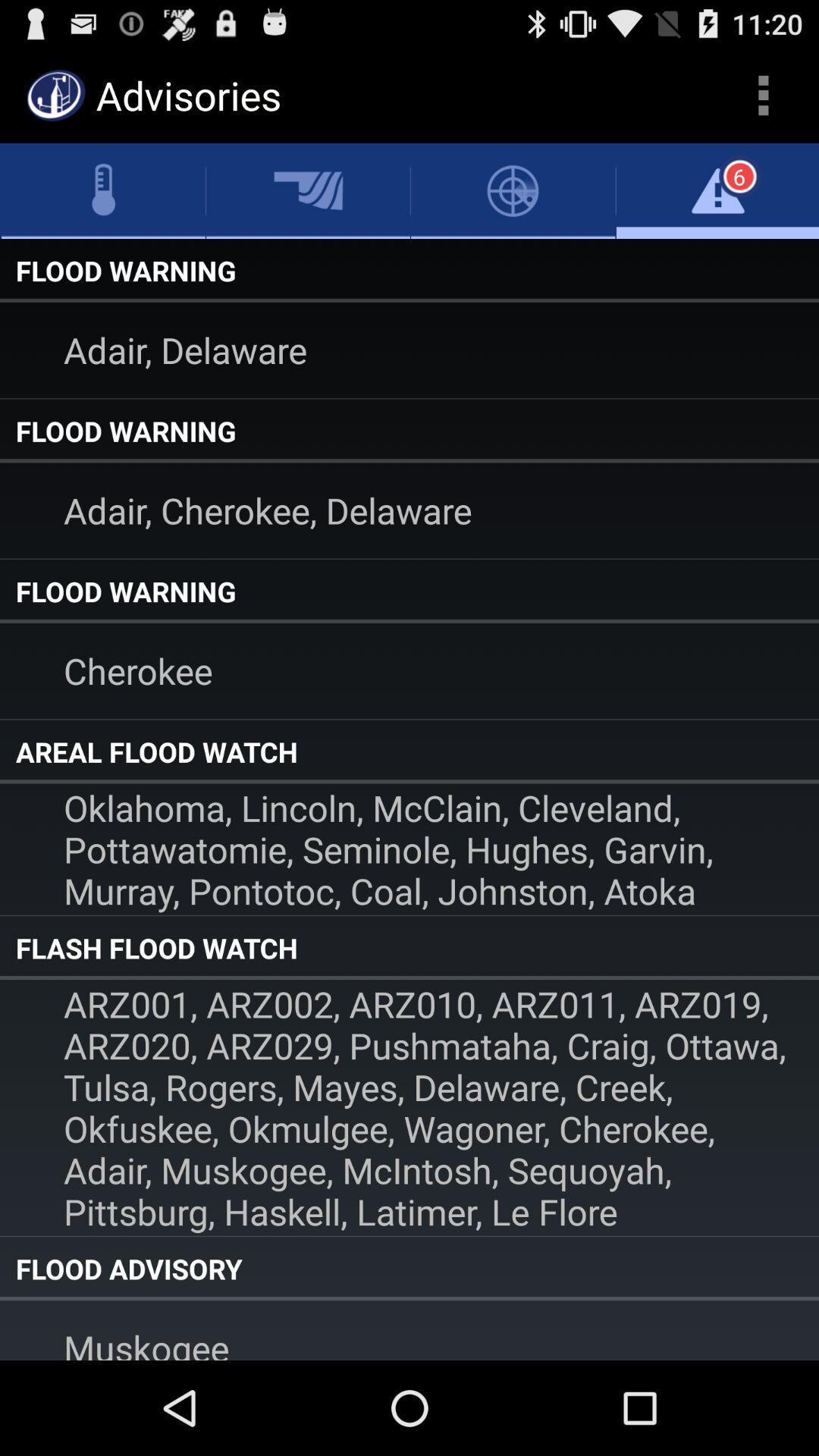 This screenshot has height=1456, width=819. Describe the element at coordinates (409, 1107) in the screenshot. I see `app above flood advisory app` at that location.